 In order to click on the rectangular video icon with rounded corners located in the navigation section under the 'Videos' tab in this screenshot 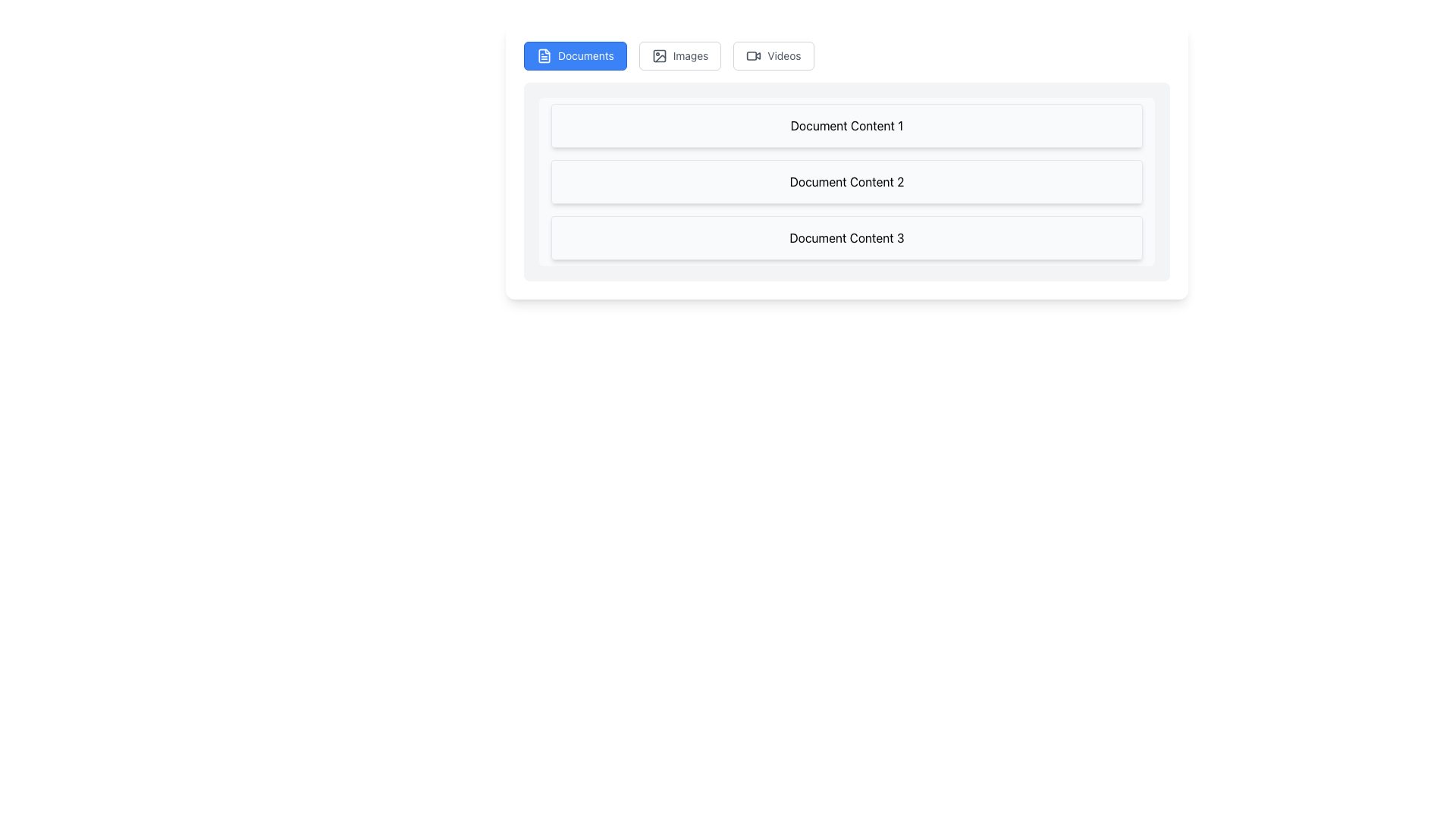, I will do `click(752, 55)`.